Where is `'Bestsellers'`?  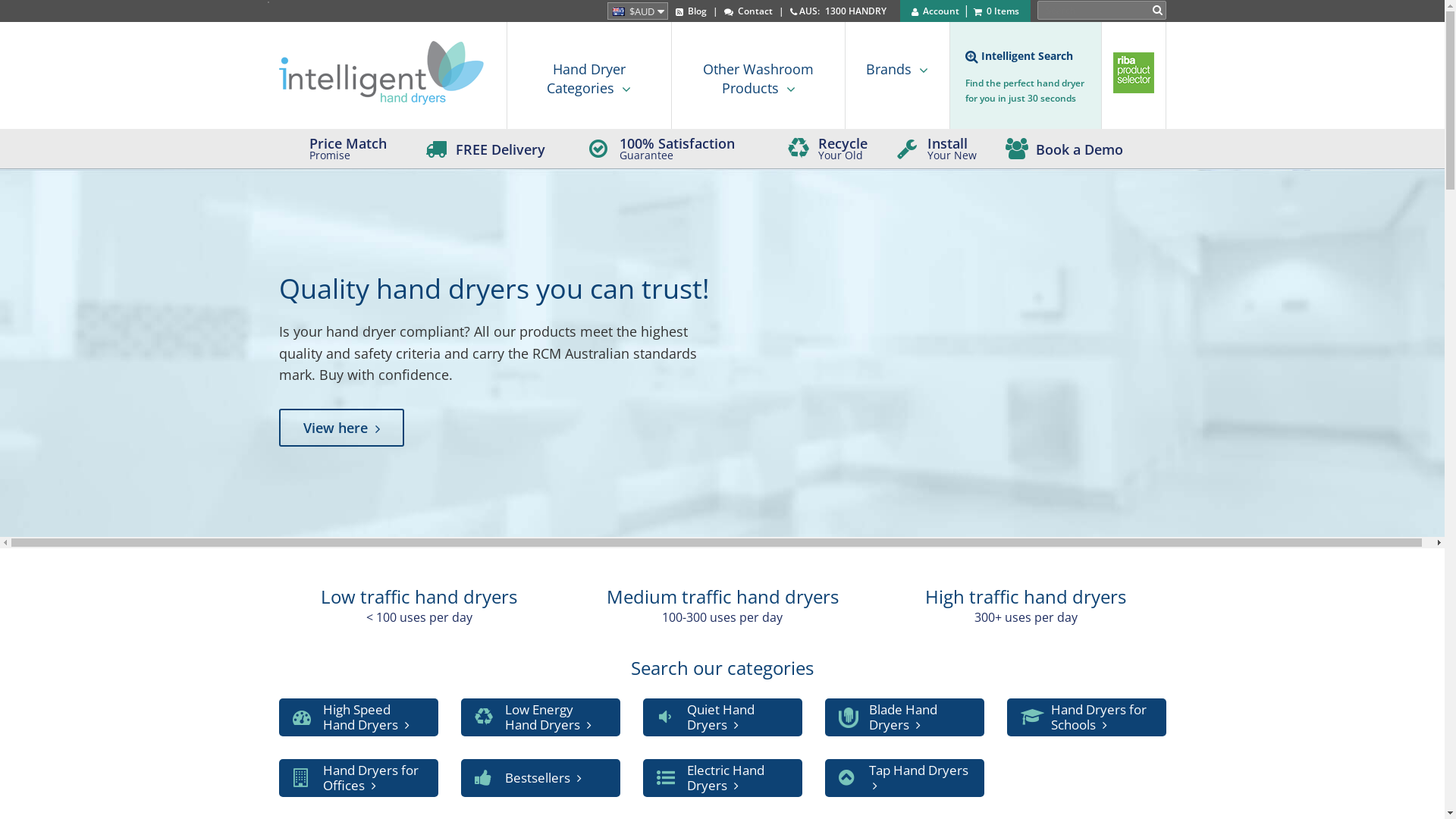 'Bestsellers' is located at coordinates (460, 778).